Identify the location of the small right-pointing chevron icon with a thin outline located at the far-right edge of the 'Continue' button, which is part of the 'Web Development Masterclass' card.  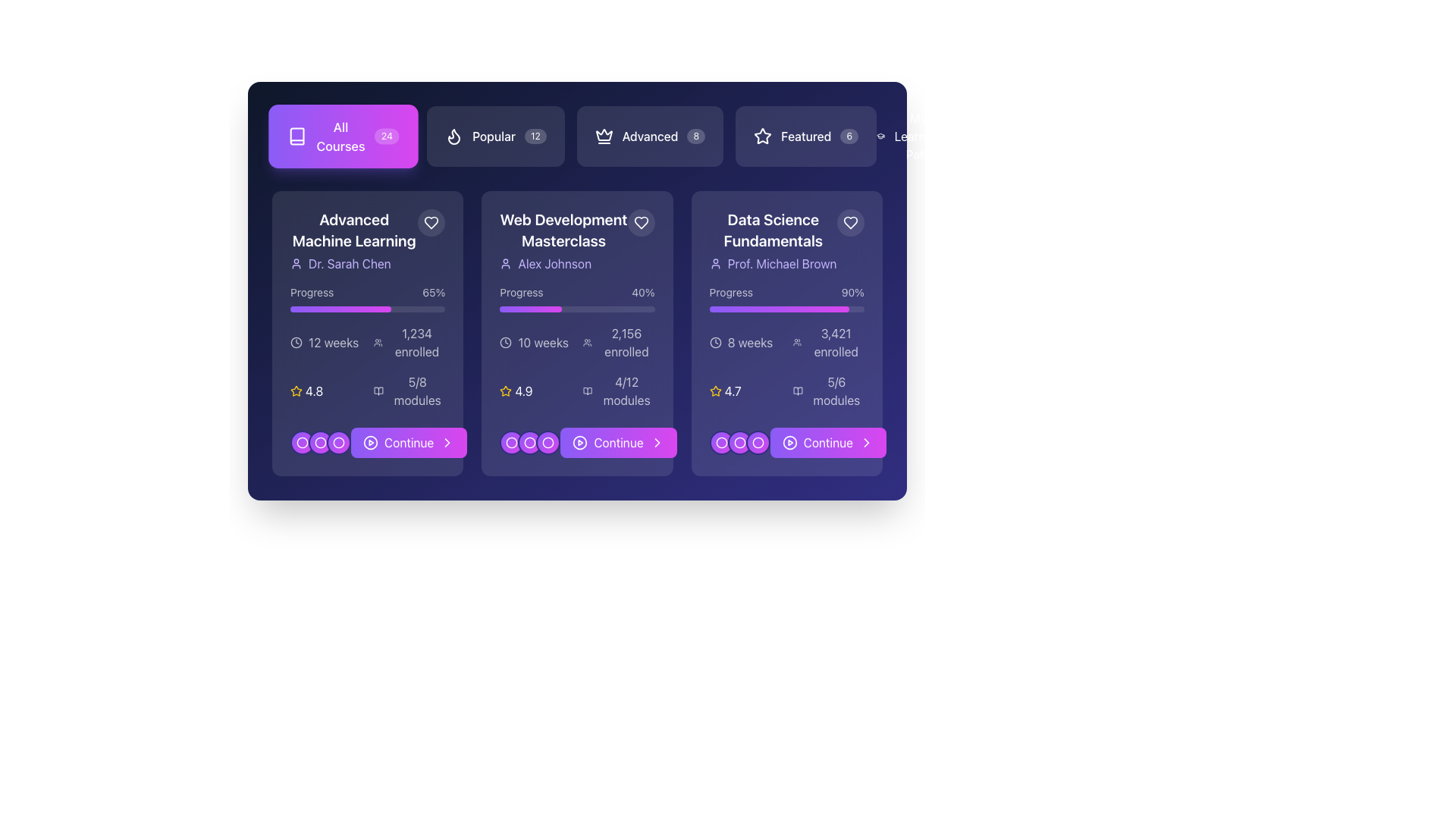
(657, 442).